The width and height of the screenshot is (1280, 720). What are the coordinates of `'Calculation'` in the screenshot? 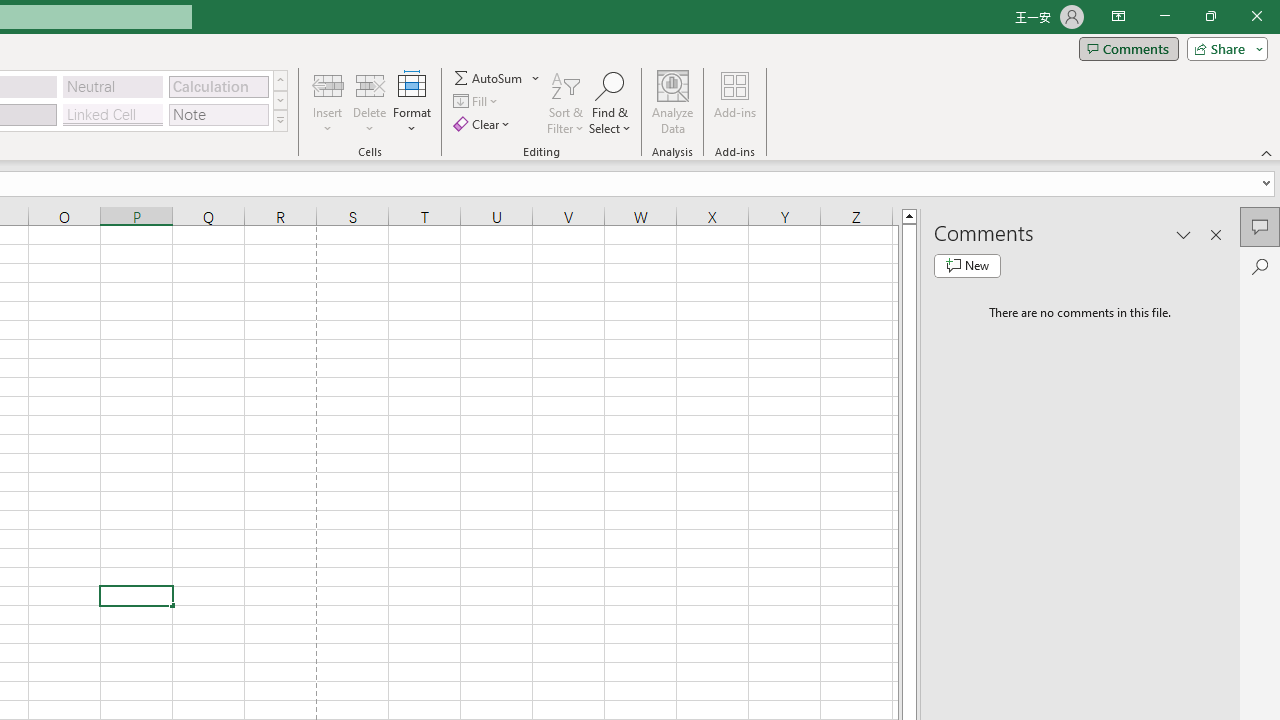 It's located at (218, 85).